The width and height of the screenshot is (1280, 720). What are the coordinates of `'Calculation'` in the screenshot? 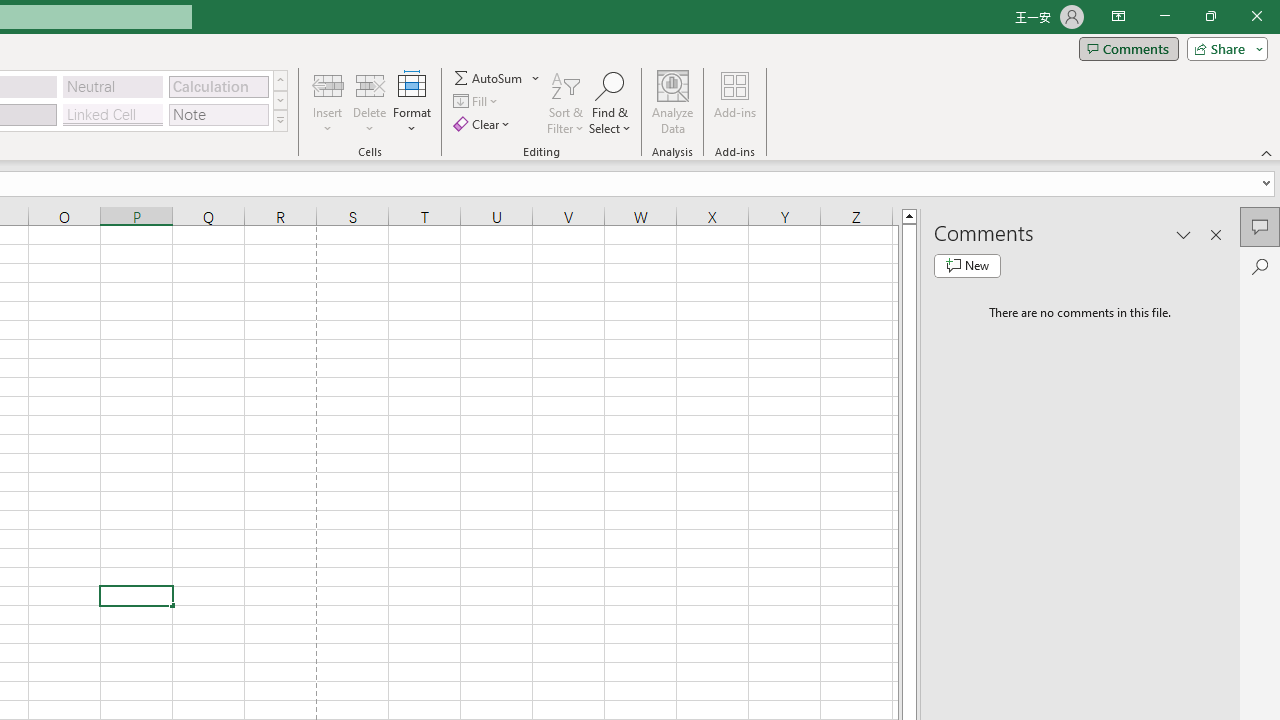 It's located at (218, 85).